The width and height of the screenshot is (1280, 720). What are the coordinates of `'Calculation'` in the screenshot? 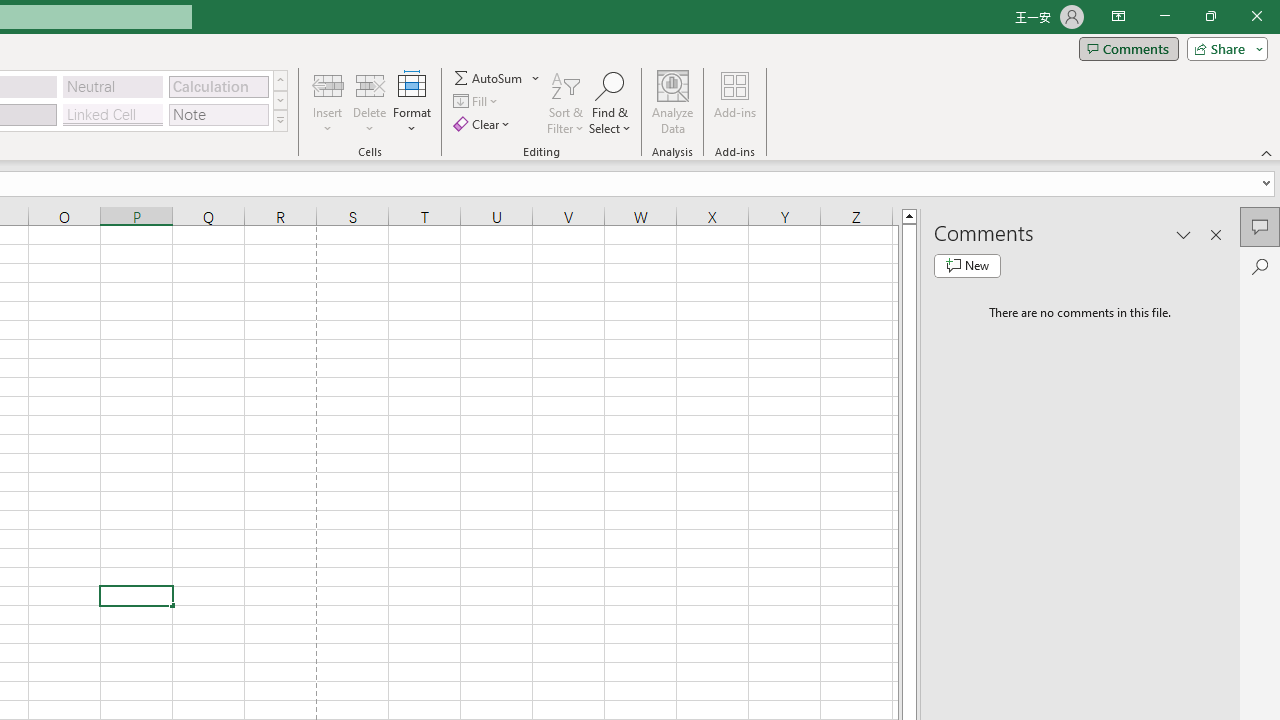 It's located at (218, 85).